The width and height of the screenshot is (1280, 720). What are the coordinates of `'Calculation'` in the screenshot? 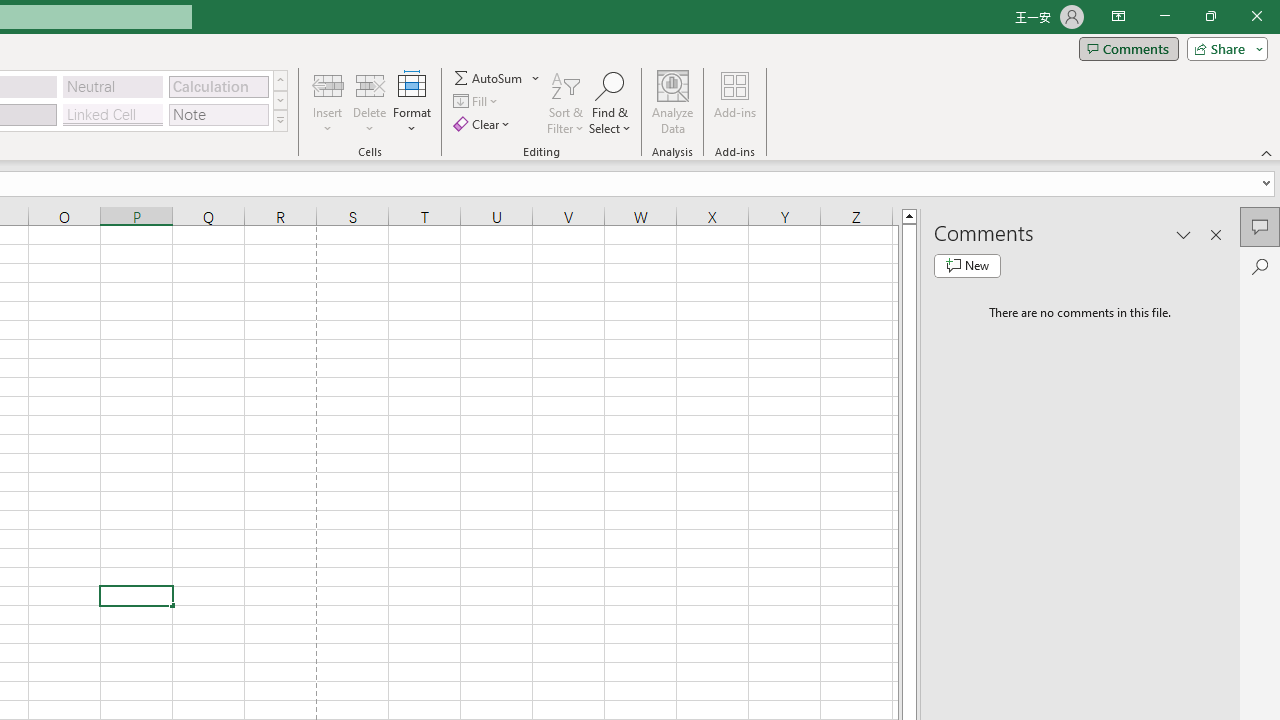 It's located at (218, 85).